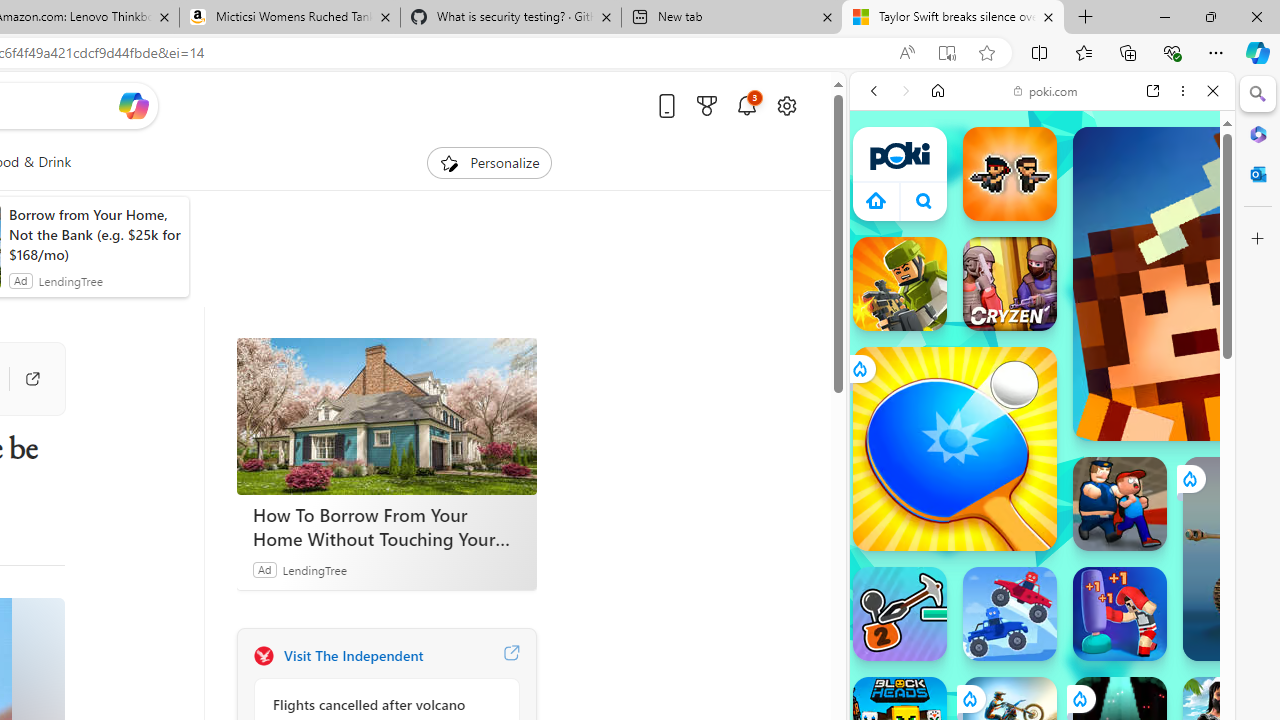 This screenshot has width=1280, height=720. What do you see at coordinates (1009, 284) in the screenshot?
I see `'Cryzen.io Cryzen.io'` at bounding box center [1009, 284].